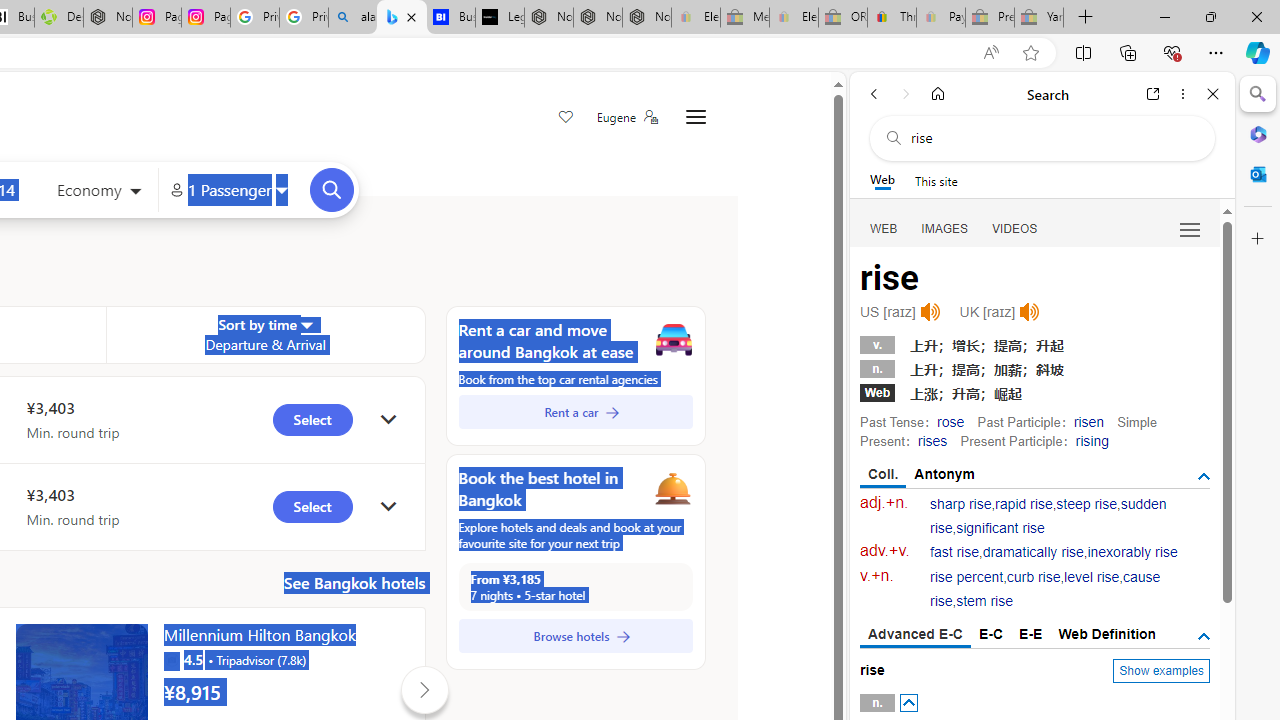 This screenshot has width=1280, height=720. I want to click on 'level rise', so click(1090, 577).